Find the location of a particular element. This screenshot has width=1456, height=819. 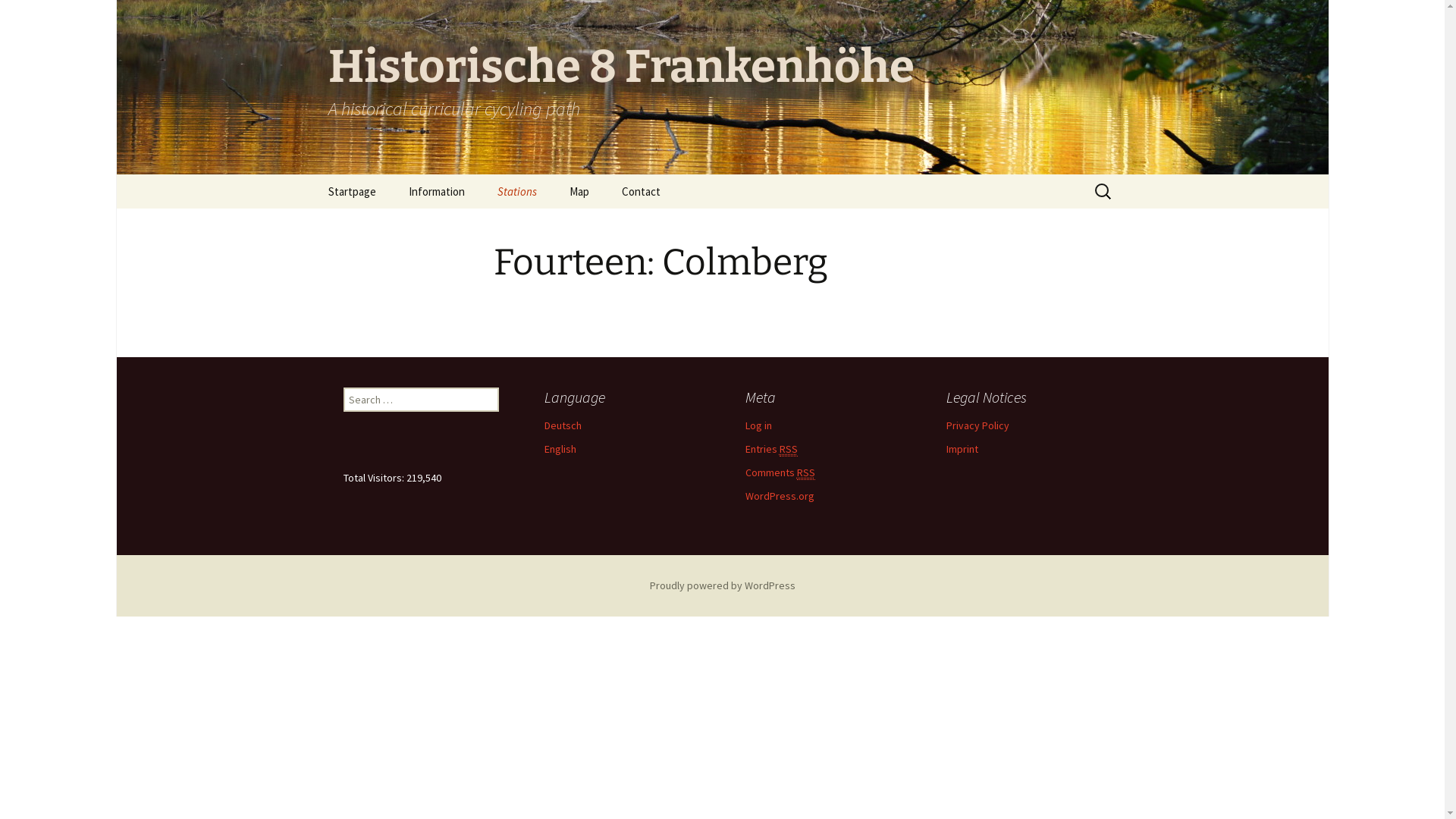

'Stations' is located at coordinates (516, 190).